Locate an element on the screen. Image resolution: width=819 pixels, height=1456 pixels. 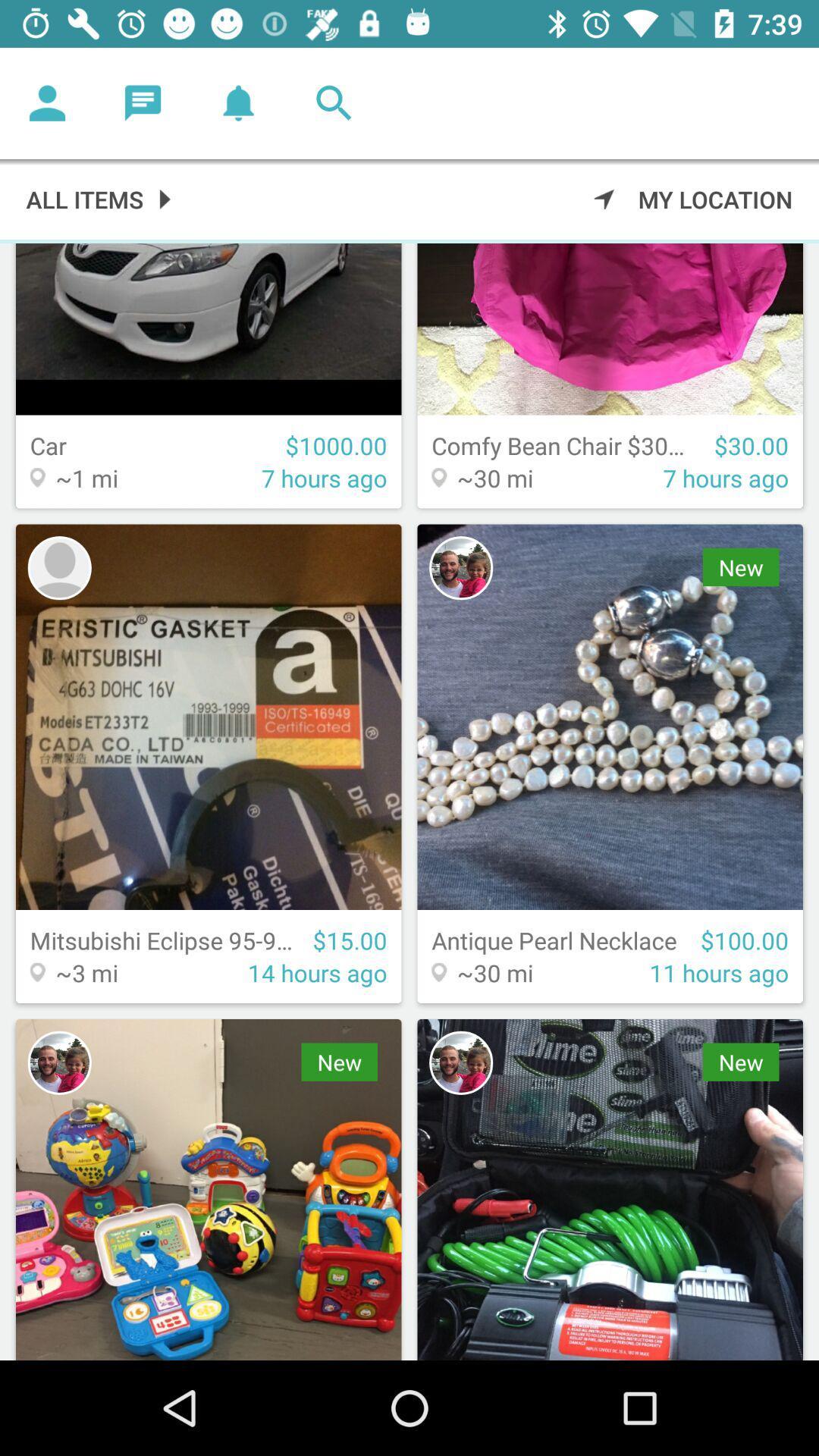
poster 's personal page is located at coordinates (460, 567).